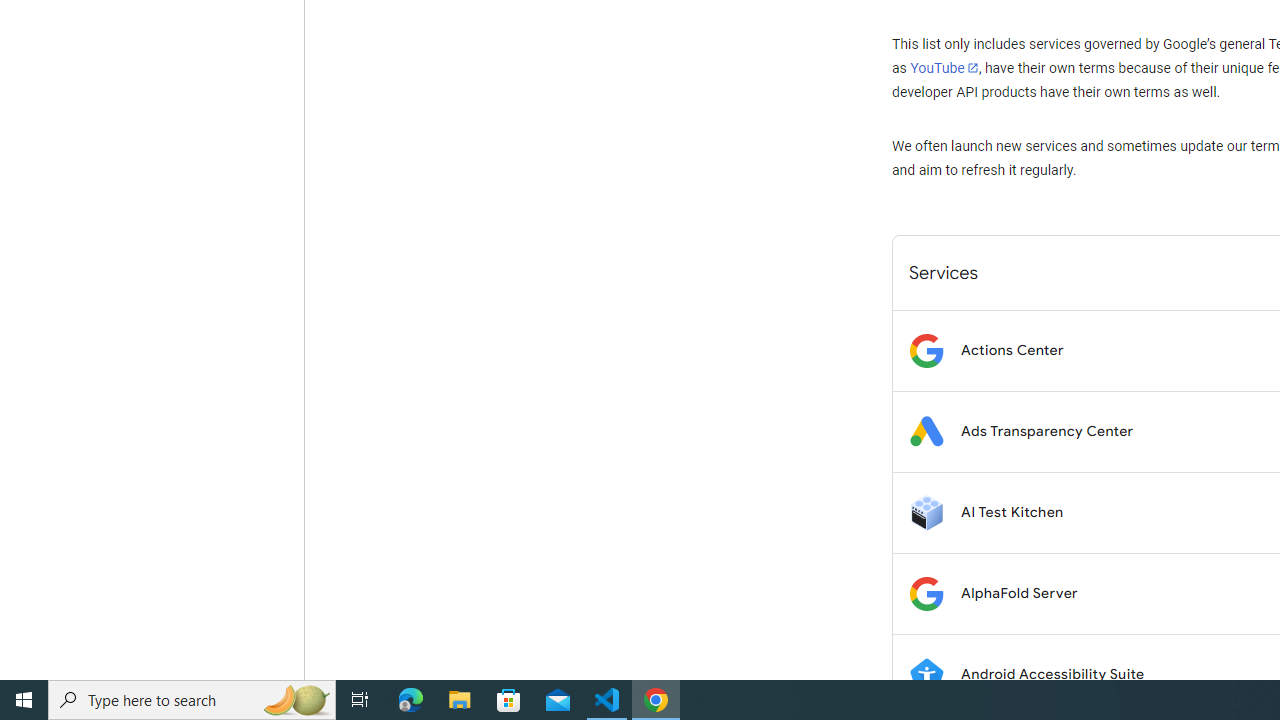  Describe the element at coordinates (925, 349) in the screenshot. I see `'Logo for Actions Center'` at that location.